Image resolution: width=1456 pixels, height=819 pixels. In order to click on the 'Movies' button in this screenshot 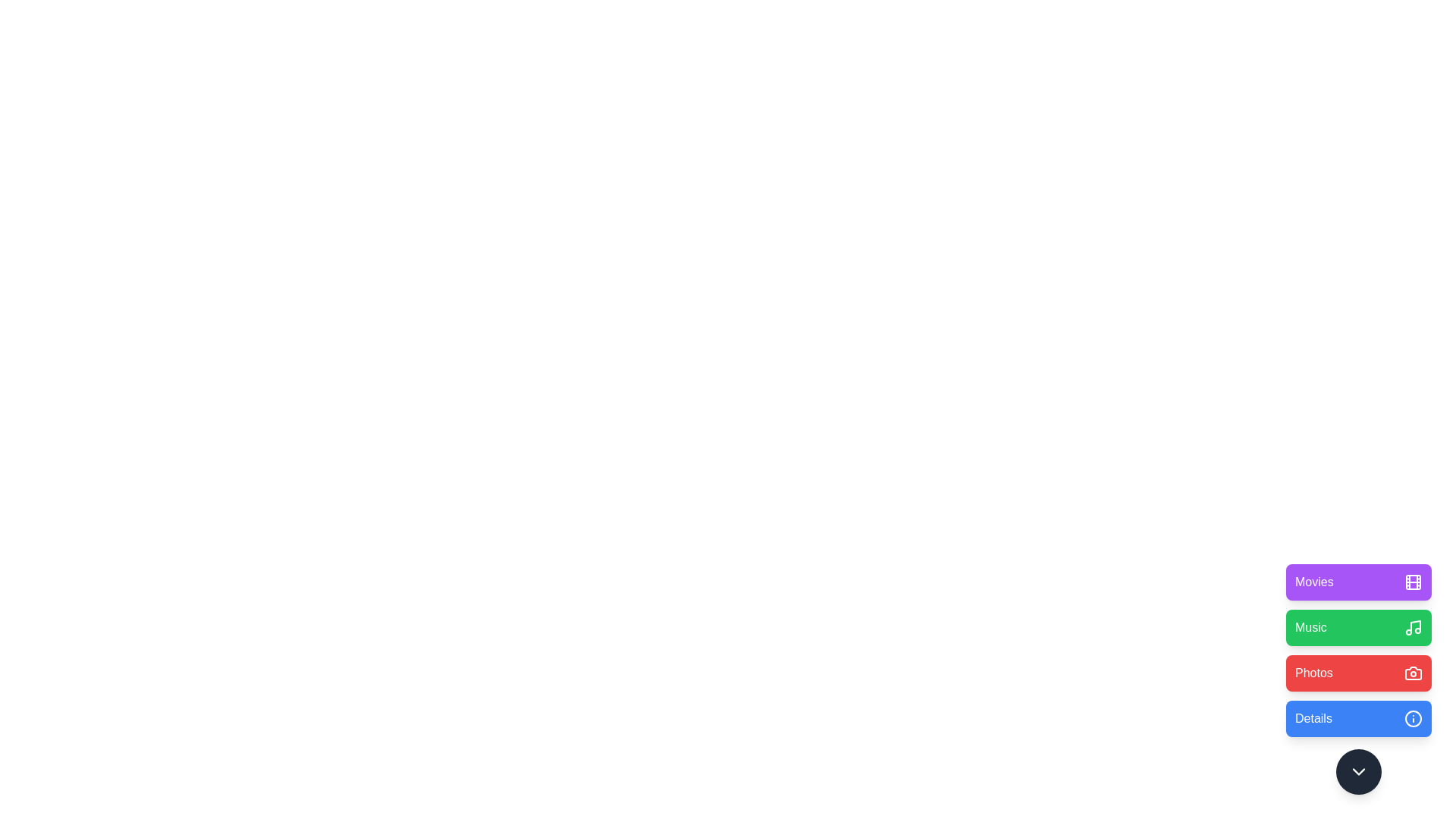, I will do `click(1358, 581)`.